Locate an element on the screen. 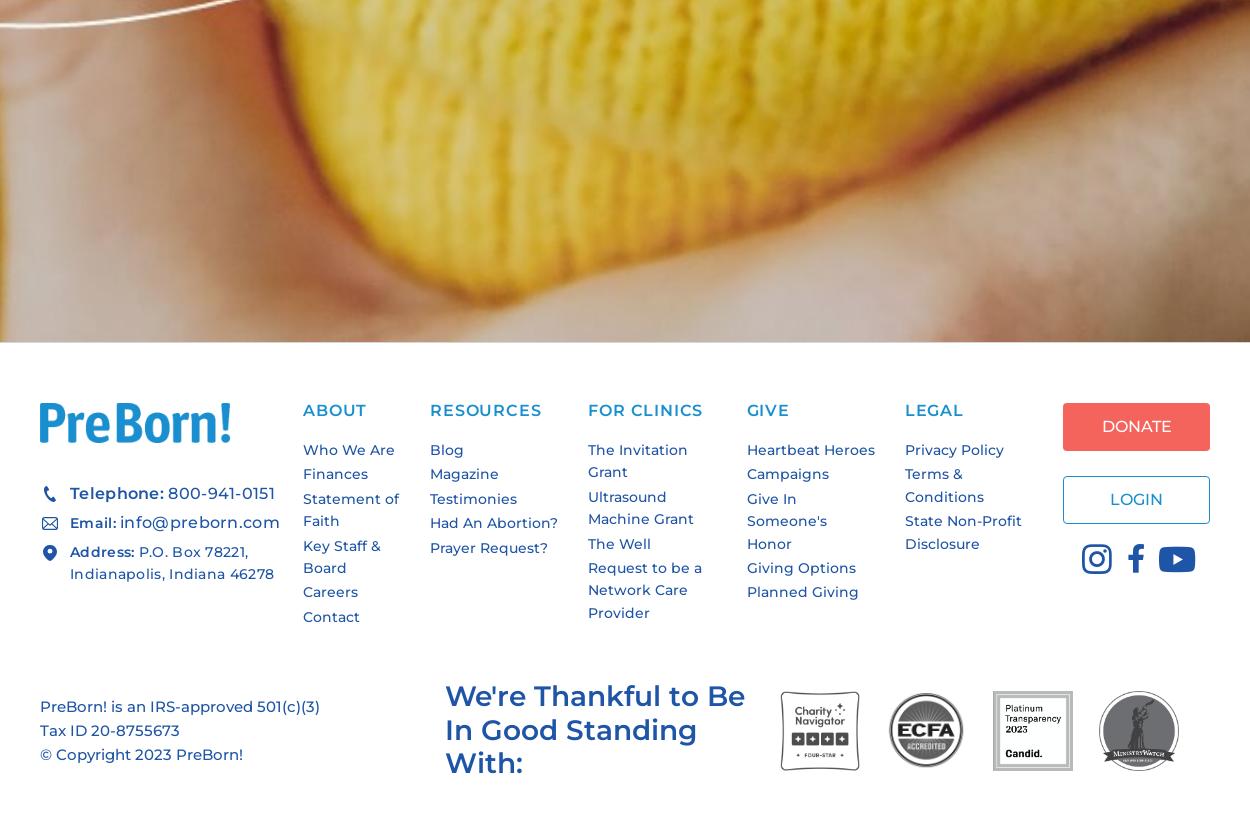 Image resolution: width=1250 pixels, height=829 pixels. 'ABOUT' is located at coordinates (334, 410).